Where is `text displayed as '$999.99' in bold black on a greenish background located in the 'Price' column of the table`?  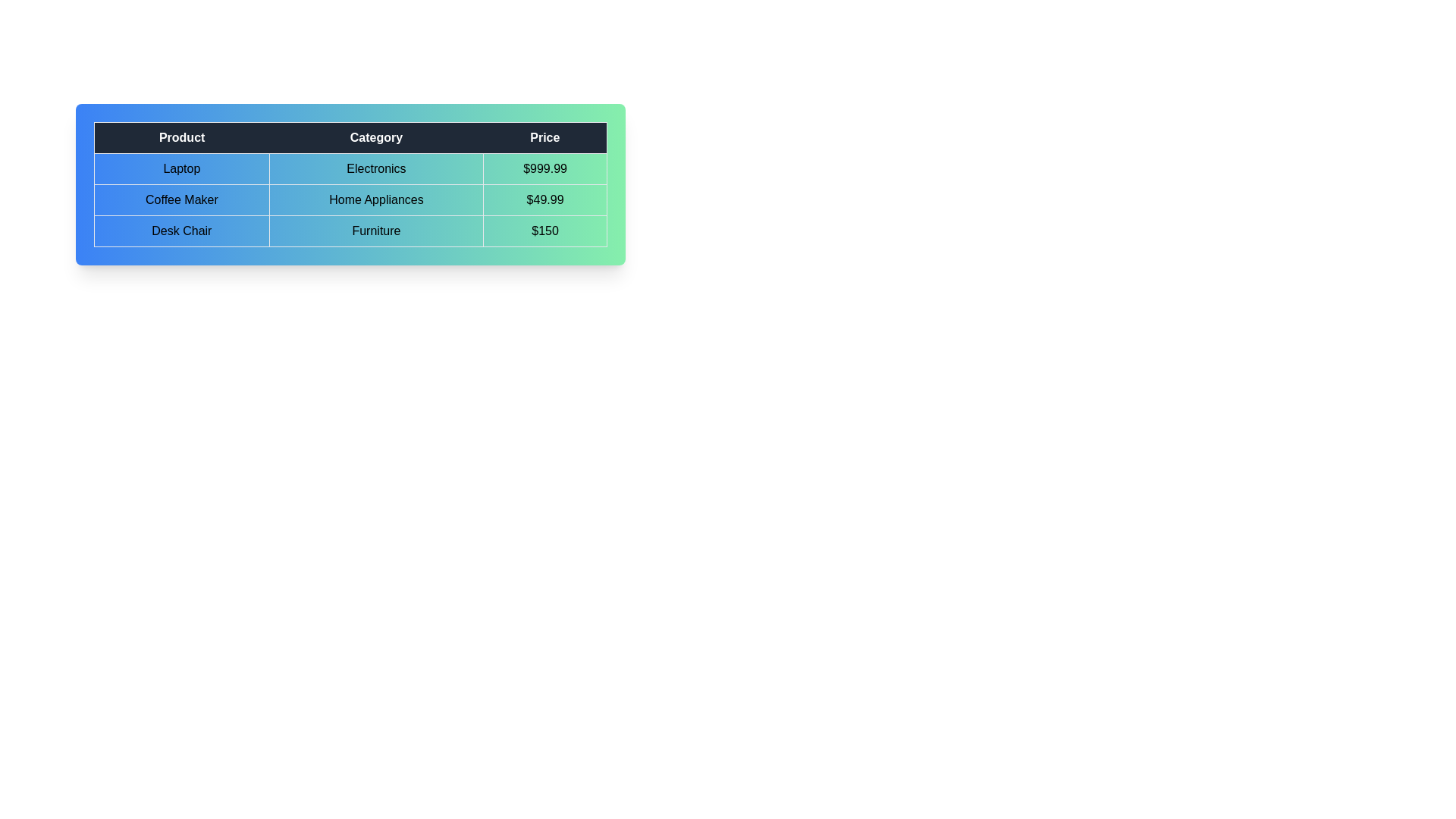
text displayed as '$999.99' in bold black on a greenish background located in the 'Price' column of the table is located at coordinates (545, 169).